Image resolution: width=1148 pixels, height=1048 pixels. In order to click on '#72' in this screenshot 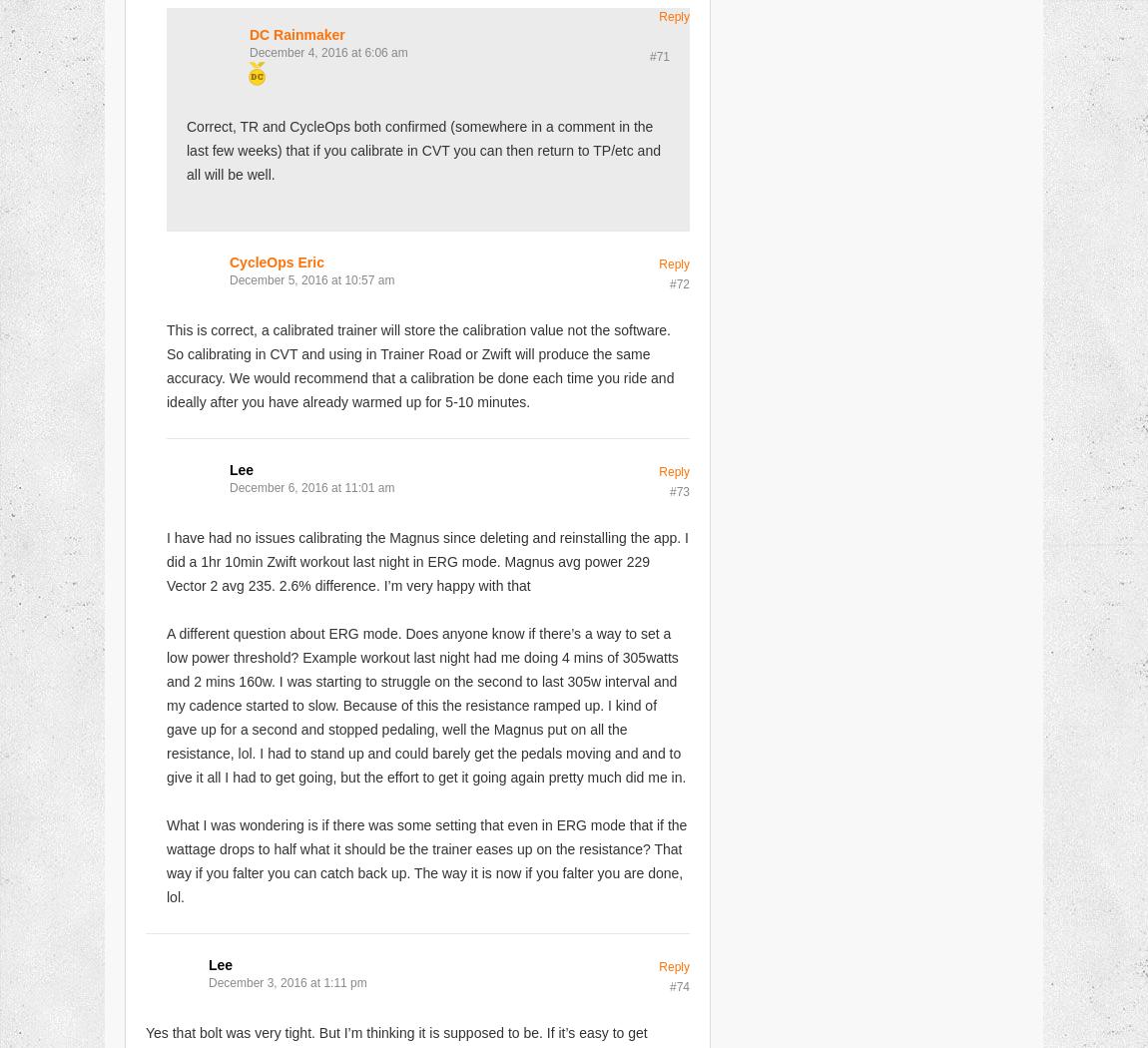, I will do `click(678, 282)`.